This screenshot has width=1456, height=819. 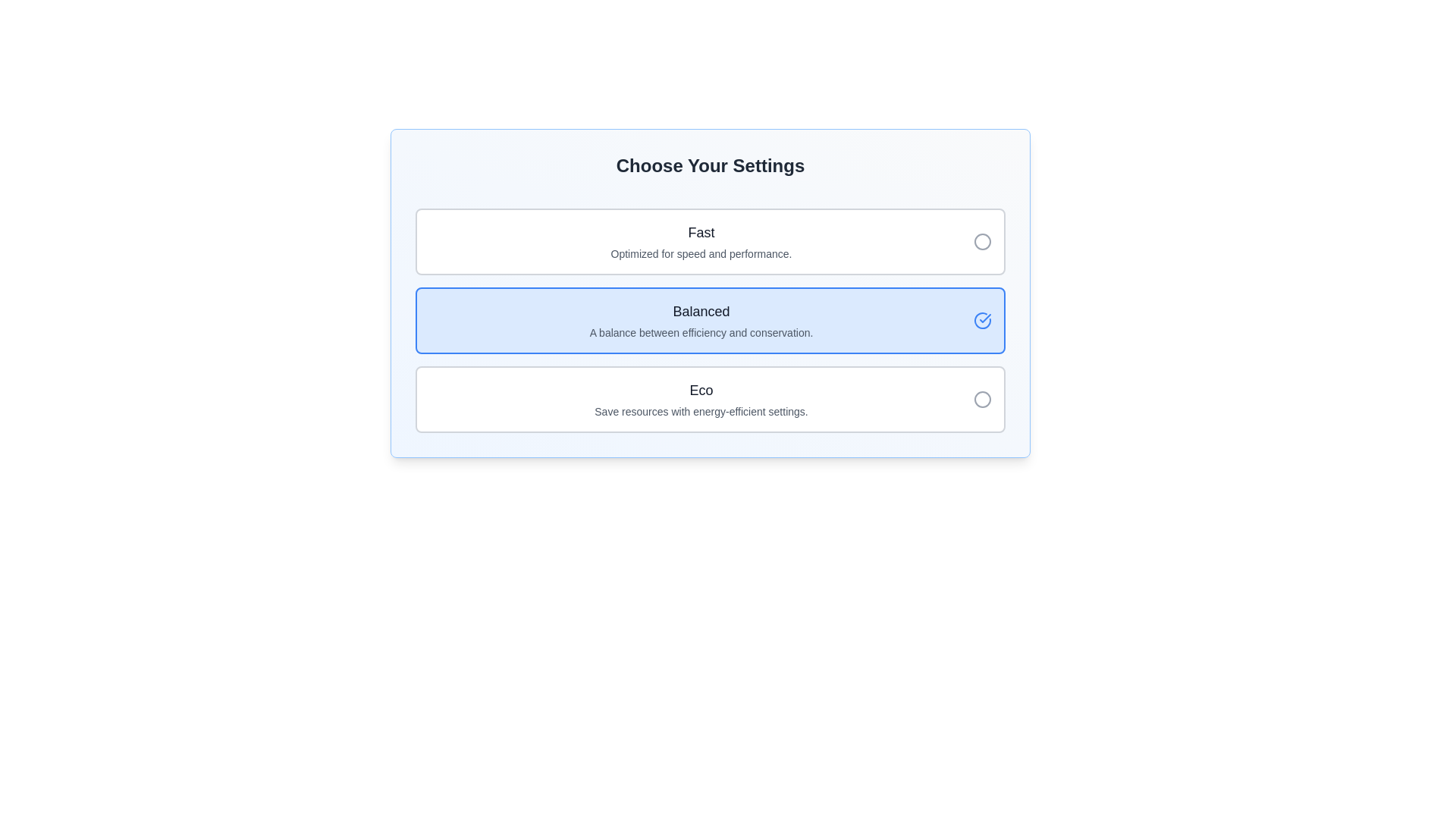 What do you see at coordinates (985, 318) in the screenshot?
I see `the checkmark icon indicating the selection of the 'Balanced' option within the blue highlighted rectangle` at bounding box center [985, 318].